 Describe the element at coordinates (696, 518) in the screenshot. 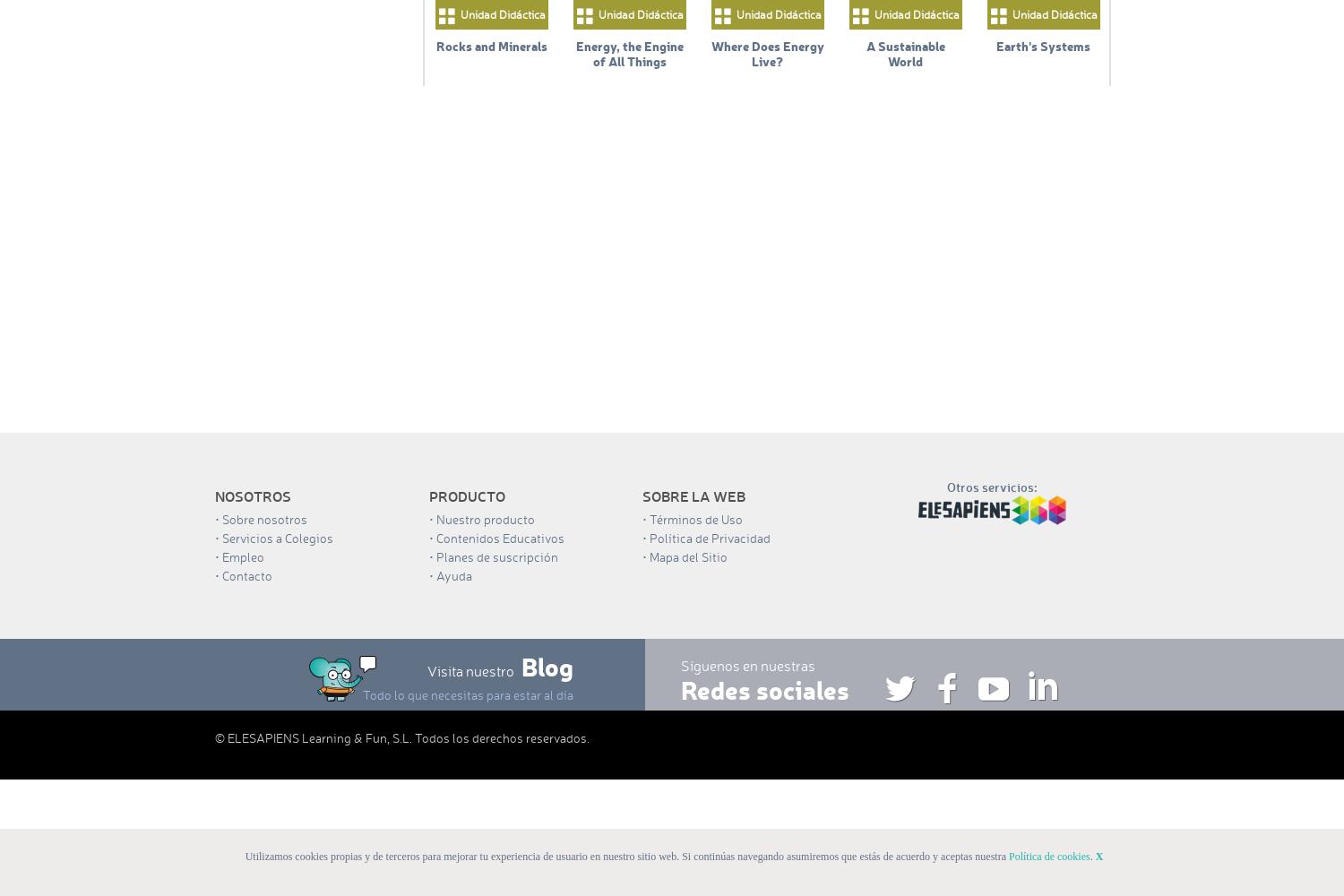

I see `'Términos de Uso'` at that location.